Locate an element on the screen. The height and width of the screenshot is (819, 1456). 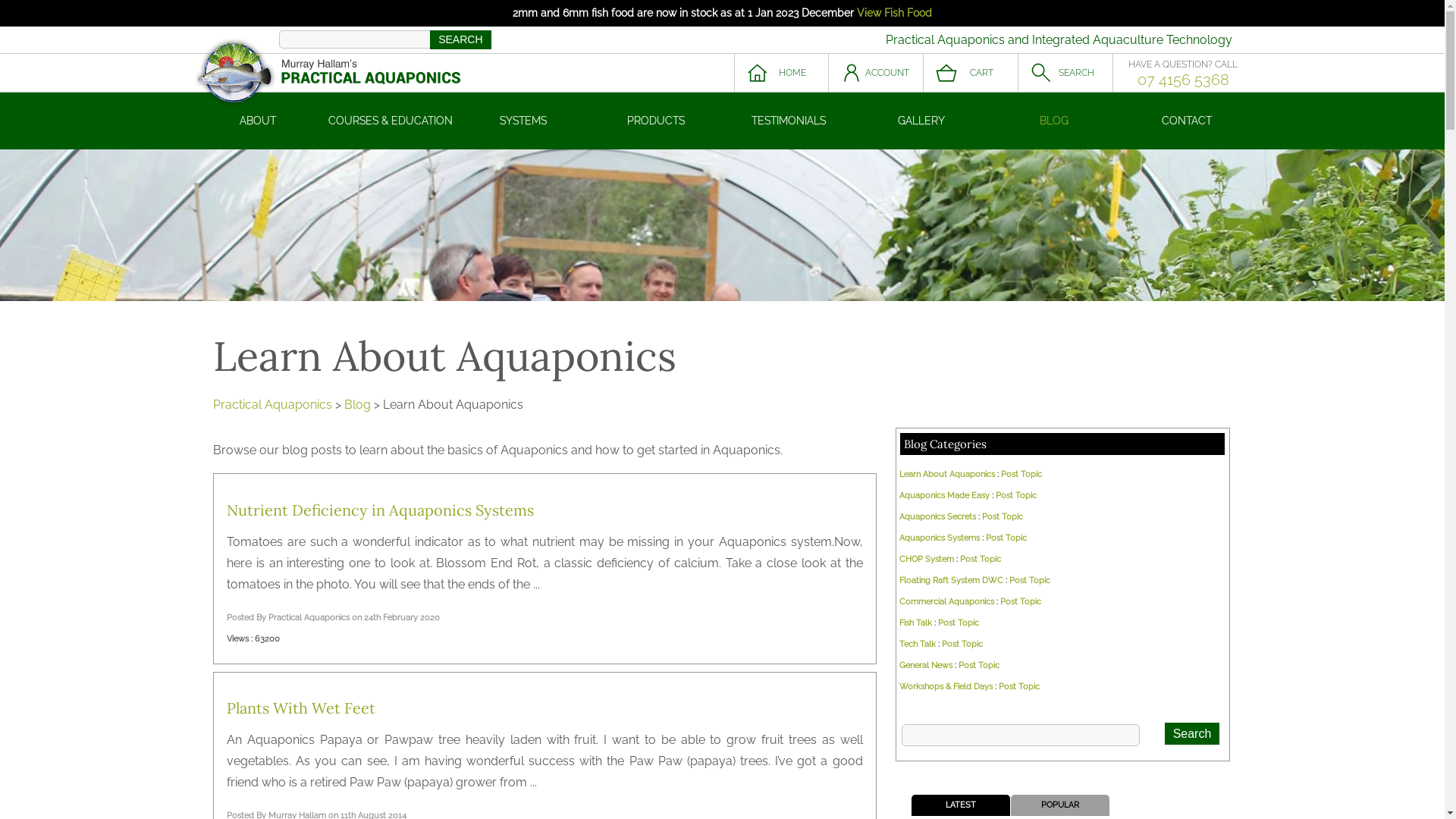
'CONTACT' is located at coordinates (1186, 120).